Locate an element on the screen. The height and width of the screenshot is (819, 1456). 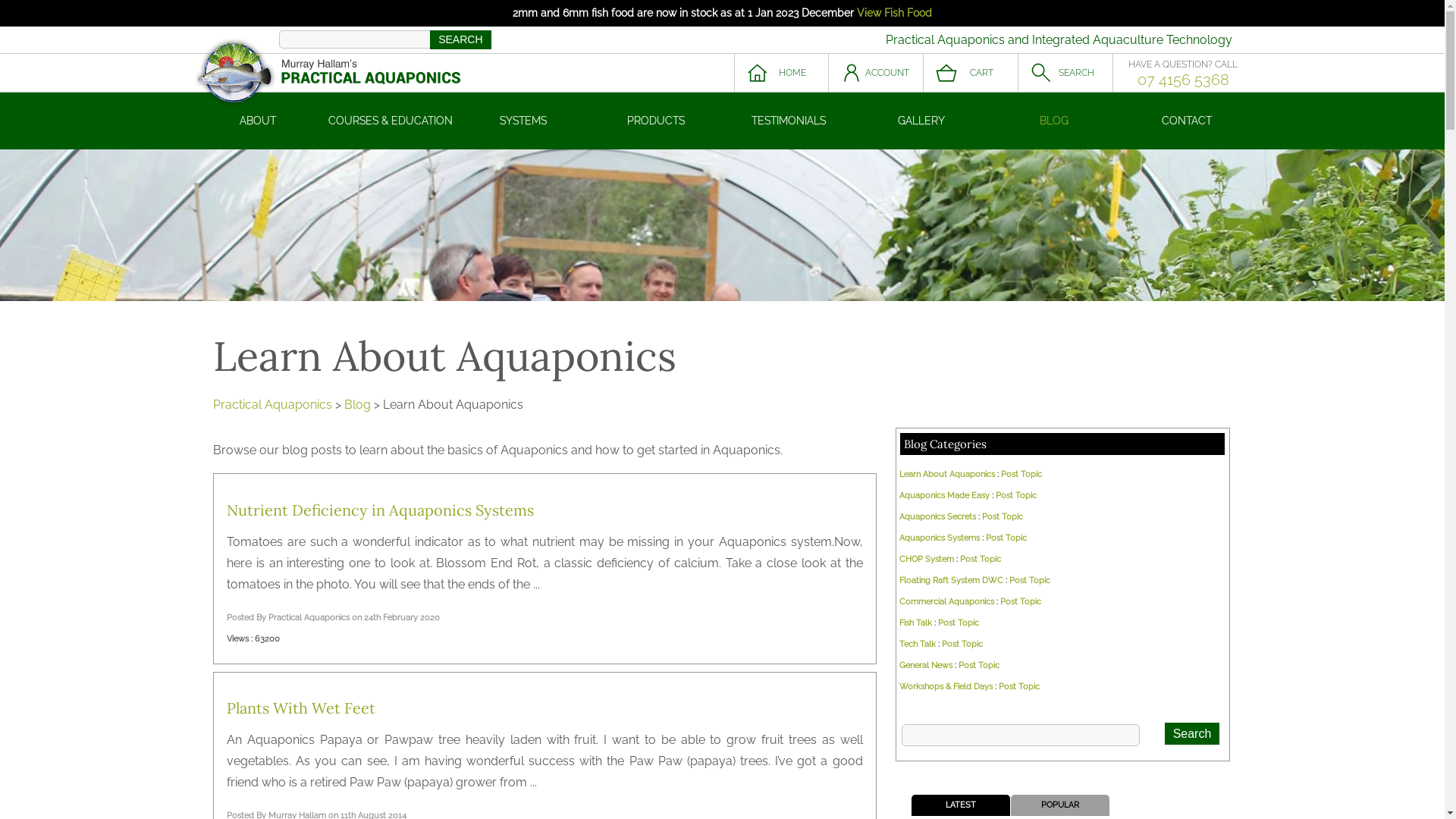
'CONTACT' is located at coordinates (1186, 120).